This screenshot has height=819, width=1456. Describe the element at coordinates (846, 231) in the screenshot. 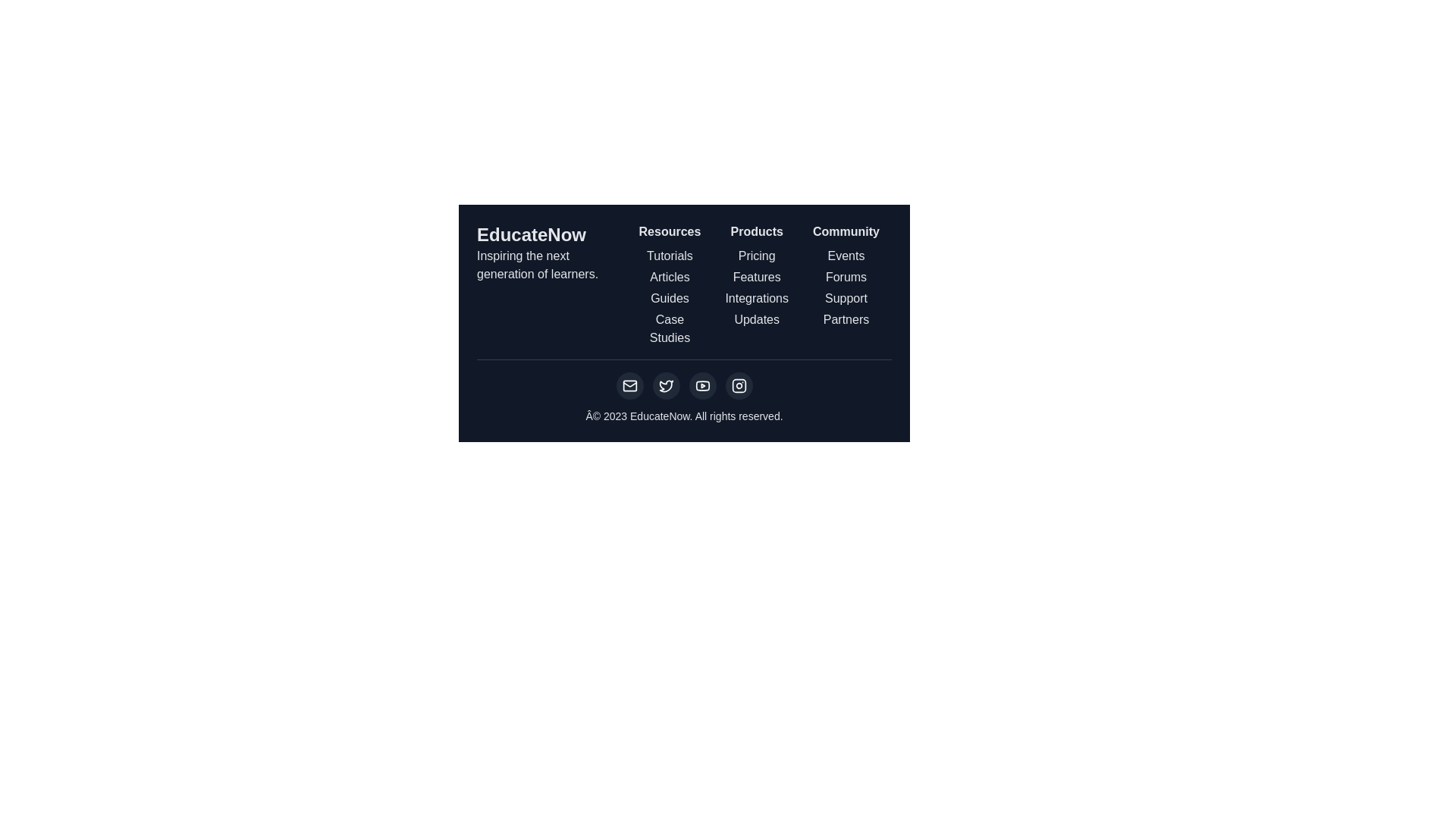

I see `the heading text in the 'Community' section, which is located at the center-right of the layout and serves as a label for the links` at that location.